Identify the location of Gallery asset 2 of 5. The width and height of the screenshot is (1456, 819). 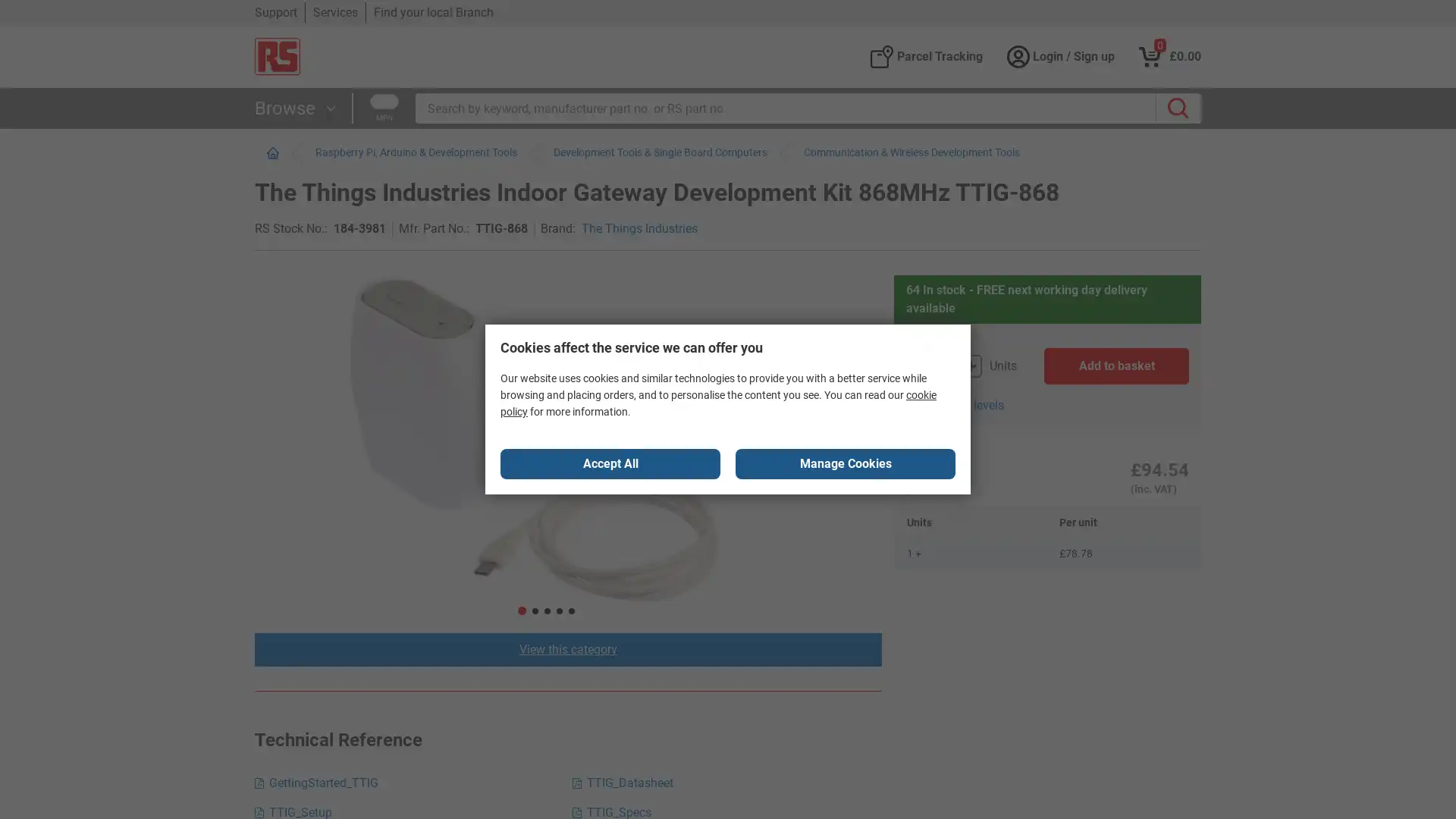
(612, 426).